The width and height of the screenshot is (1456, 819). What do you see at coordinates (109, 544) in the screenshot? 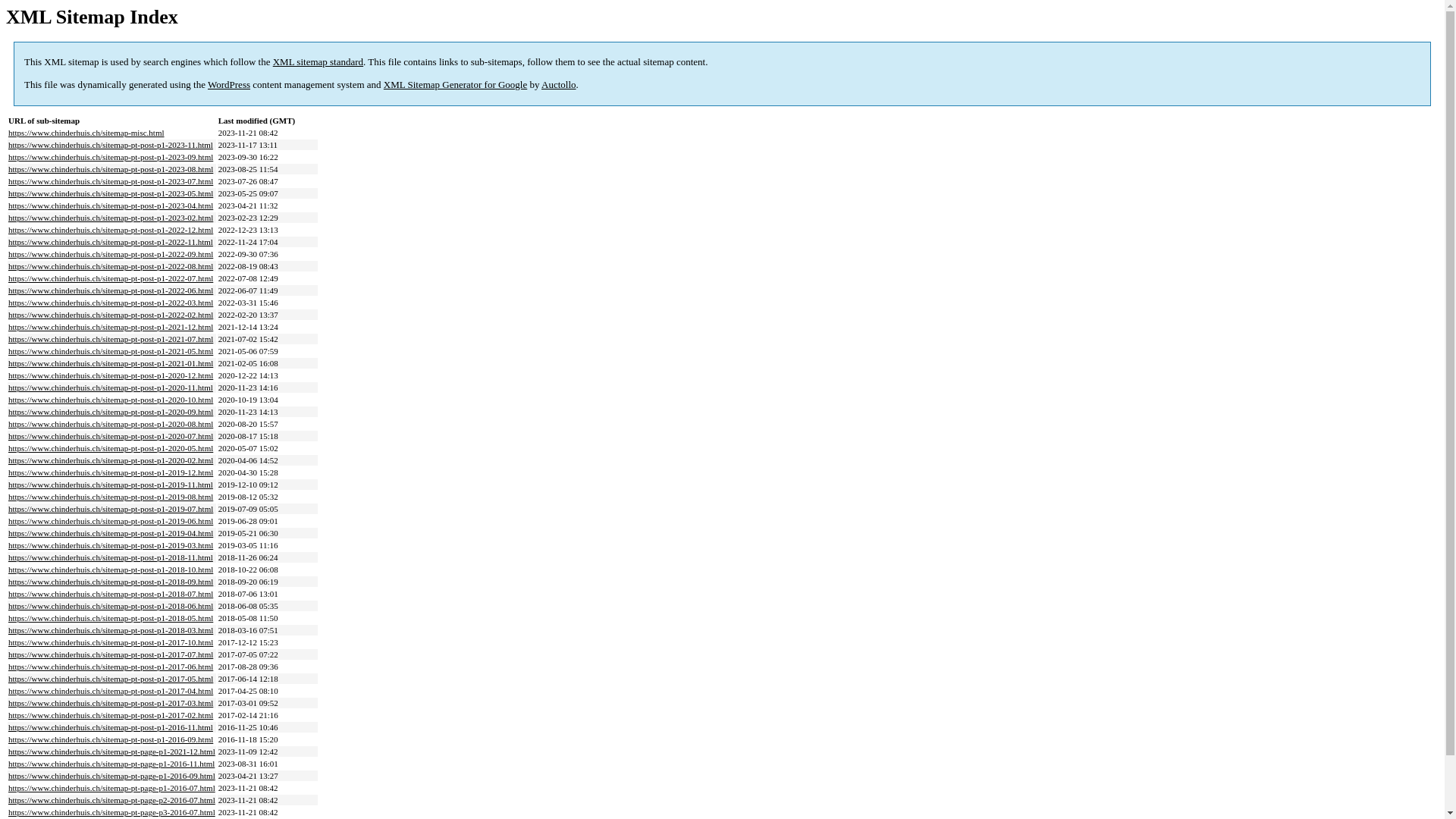
I see `'https://www.chinderhuis.ch/sitemap-pt-post-p1-2019-03.html'` at bounding box center [109, 544].